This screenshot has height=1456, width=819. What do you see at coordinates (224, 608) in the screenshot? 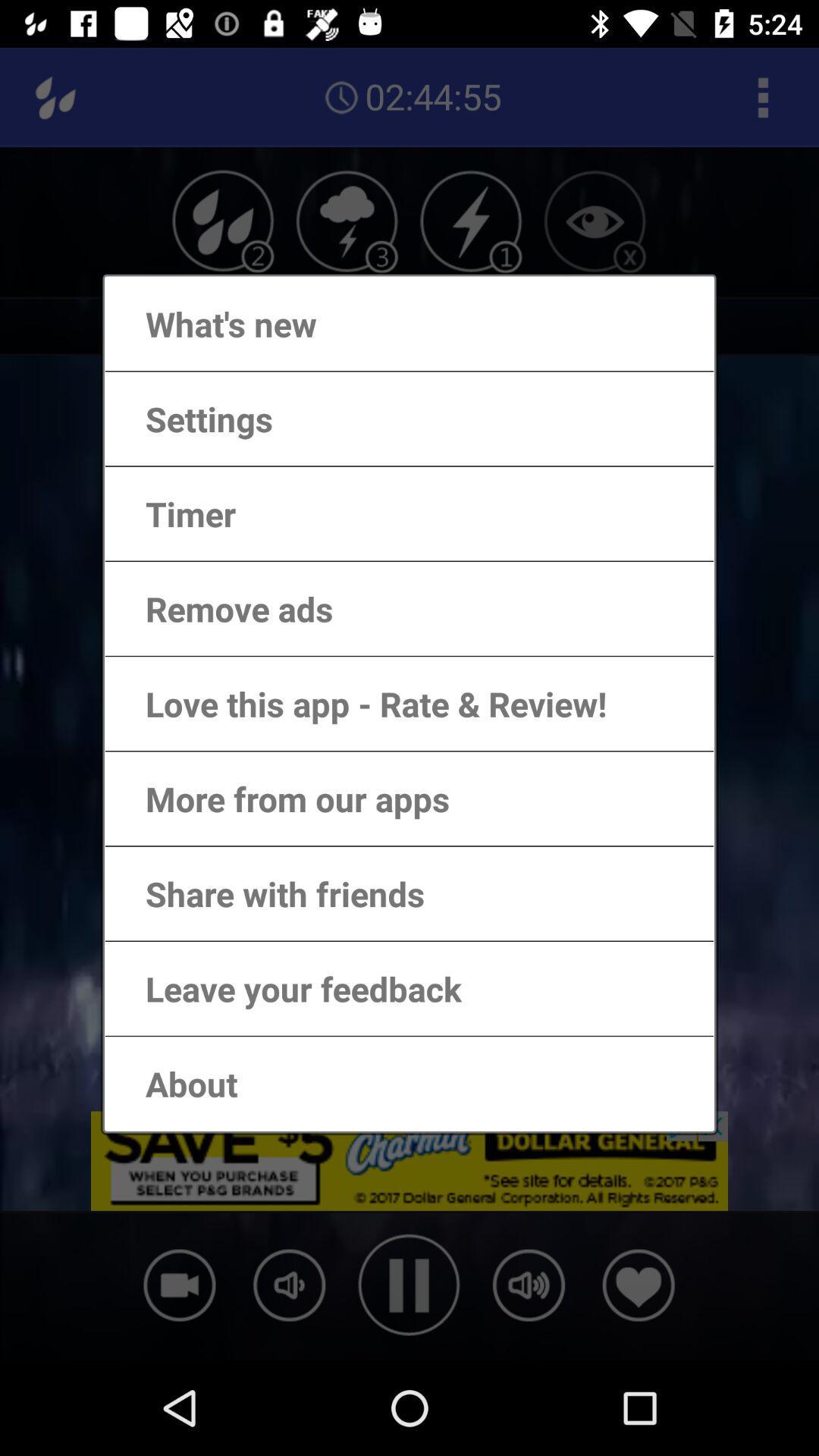
I see `the remove ads item` at bounding box center [224, 608].